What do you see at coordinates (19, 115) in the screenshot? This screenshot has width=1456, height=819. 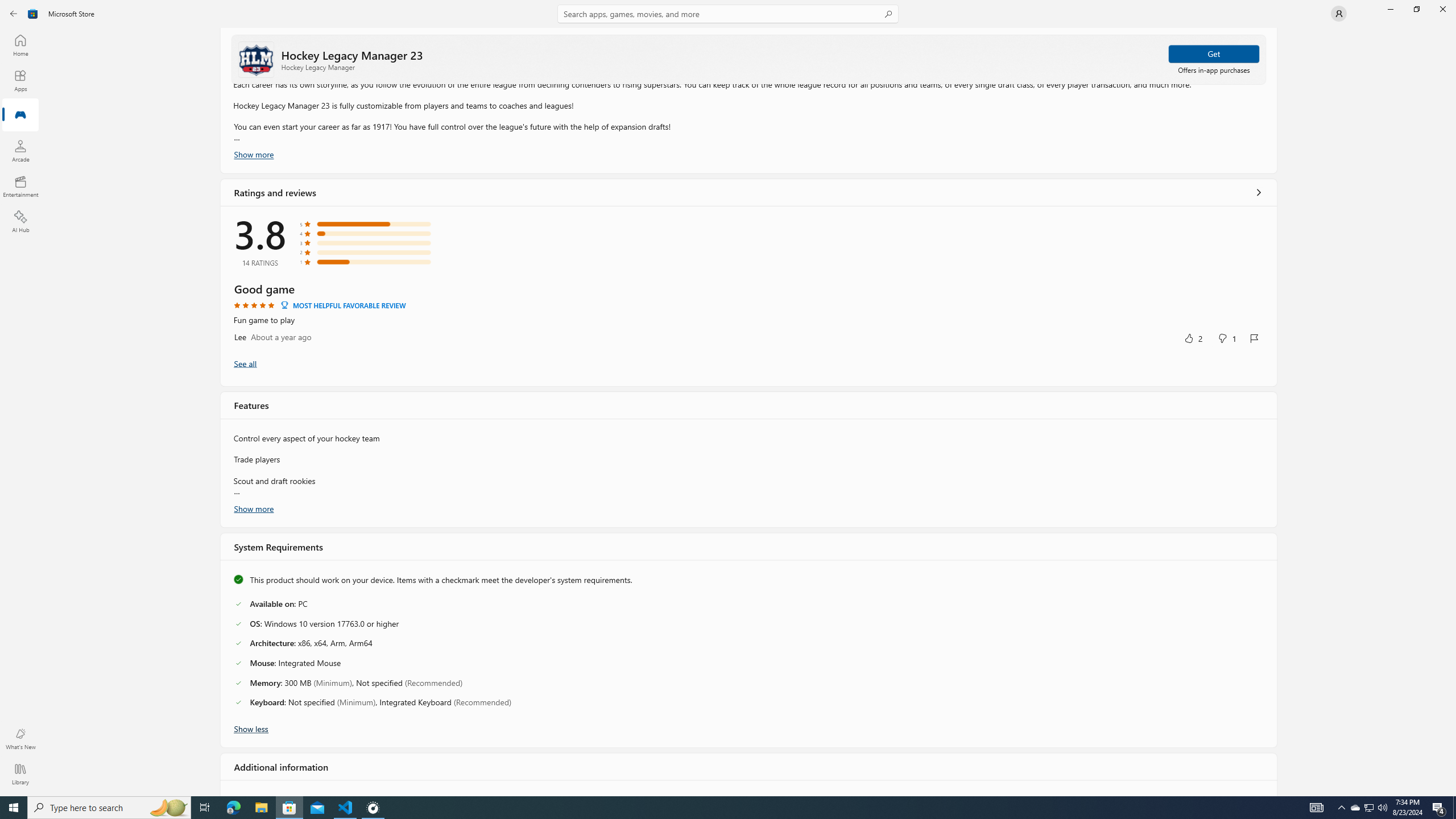 I see `'Gaming'` at bounding box center [19, 115].